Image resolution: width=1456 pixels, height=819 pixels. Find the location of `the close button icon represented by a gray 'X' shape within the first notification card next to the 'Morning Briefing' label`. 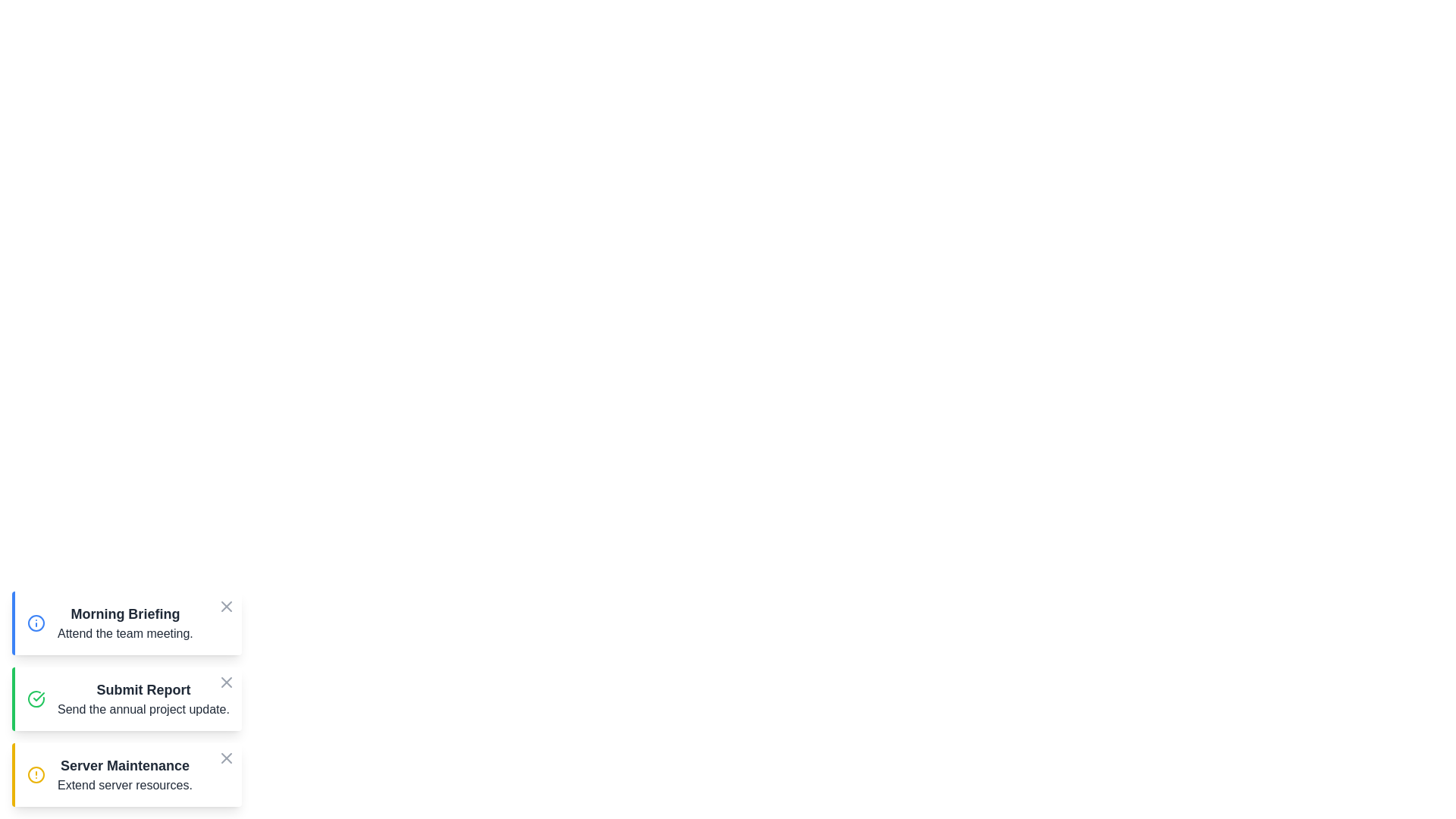

the close button icon represented by a gray 'X' shape within the first notification card next to the 'Morning Briefing' label is located at coordinates (225, 605).